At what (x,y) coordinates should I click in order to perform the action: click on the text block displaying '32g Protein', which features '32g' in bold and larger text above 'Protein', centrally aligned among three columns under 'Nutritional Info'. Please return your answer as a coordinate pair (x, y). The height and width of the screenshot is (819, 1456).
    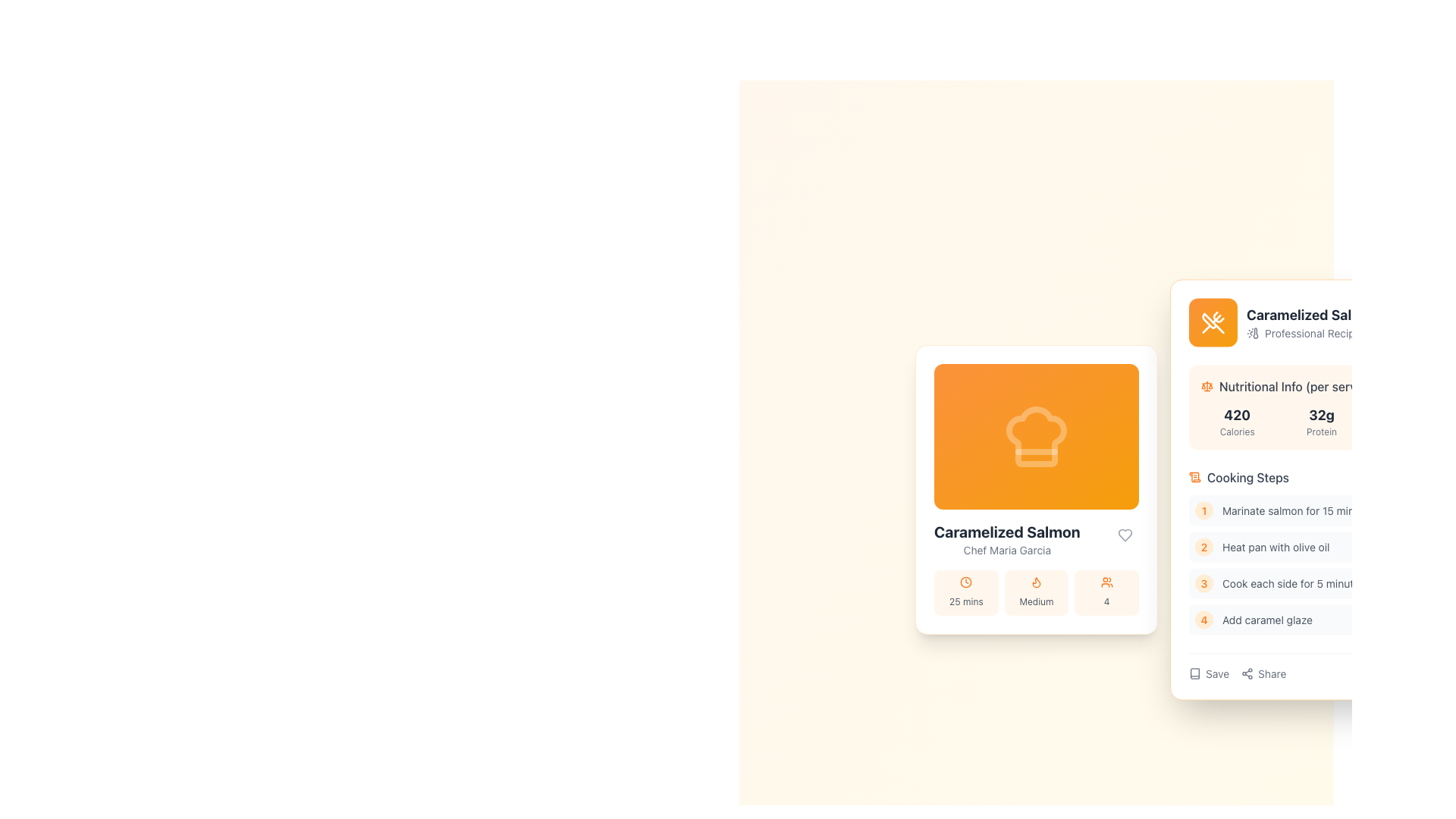
    Looking at the image, I should click on (1320, 421).